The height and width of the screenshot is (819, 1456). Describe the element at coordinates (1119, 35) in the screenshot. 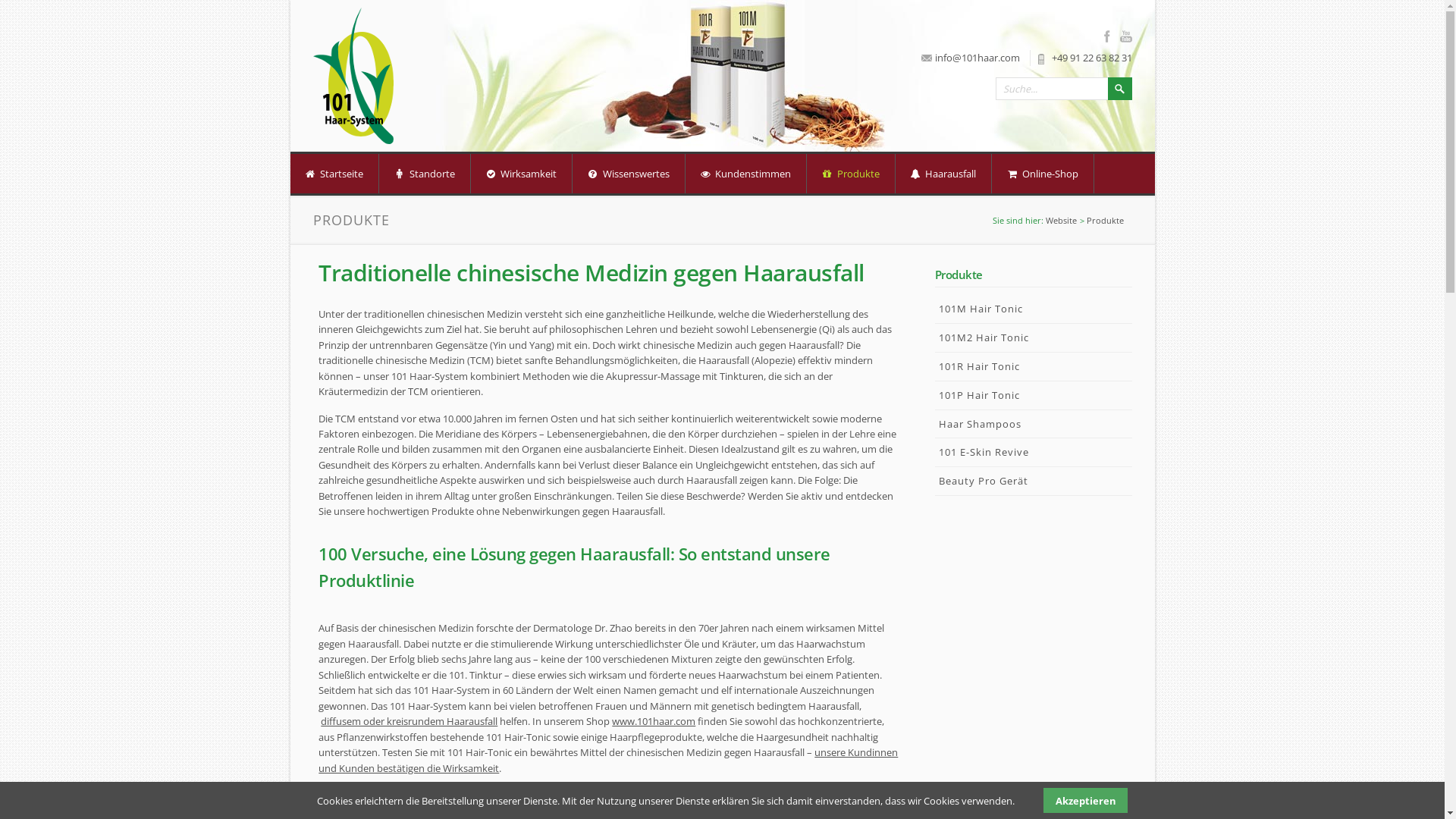

I see `'Youtube'` at that location.